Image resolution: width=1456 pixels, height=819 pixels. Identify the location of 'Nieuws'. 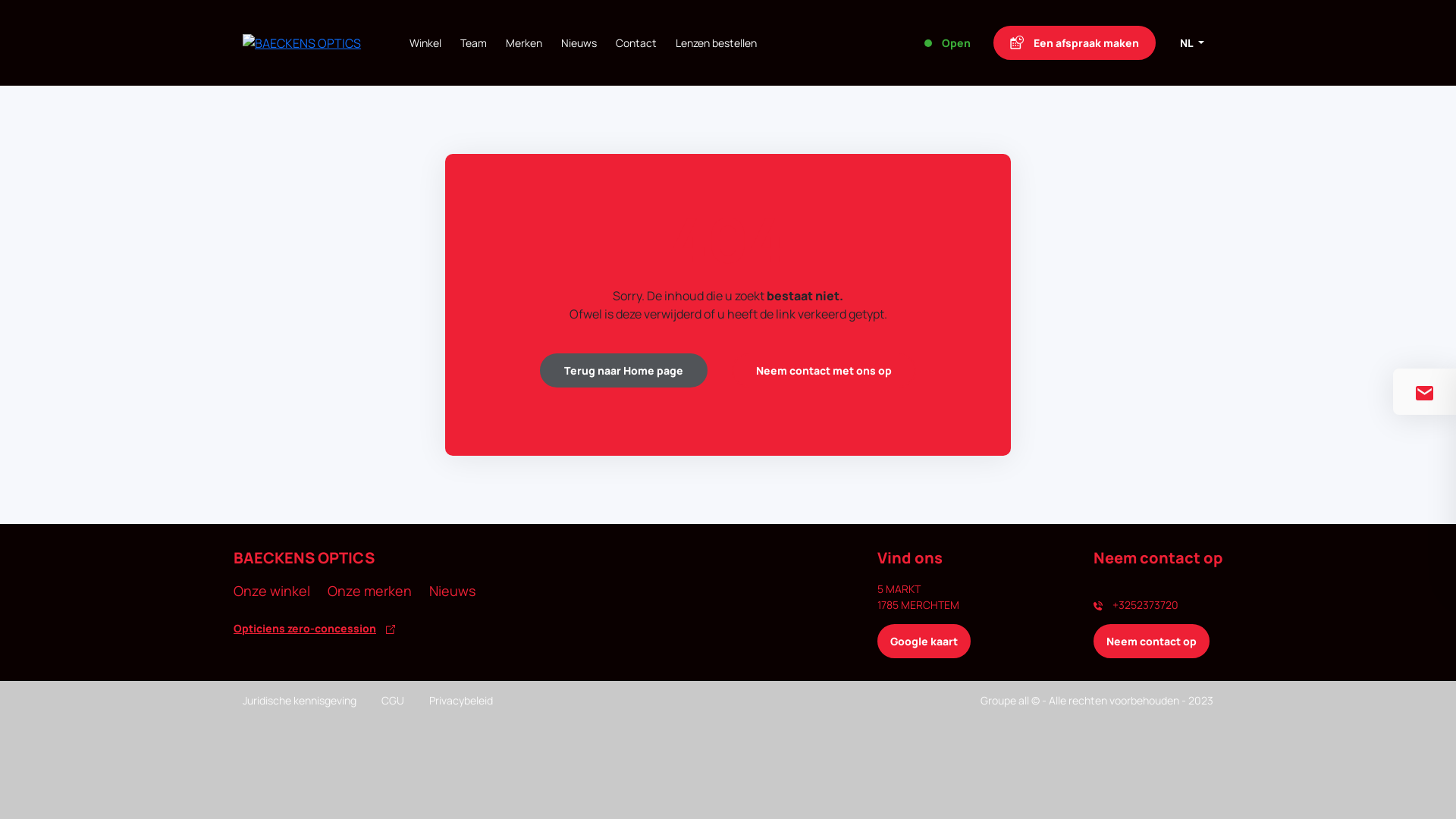
(451, 590).